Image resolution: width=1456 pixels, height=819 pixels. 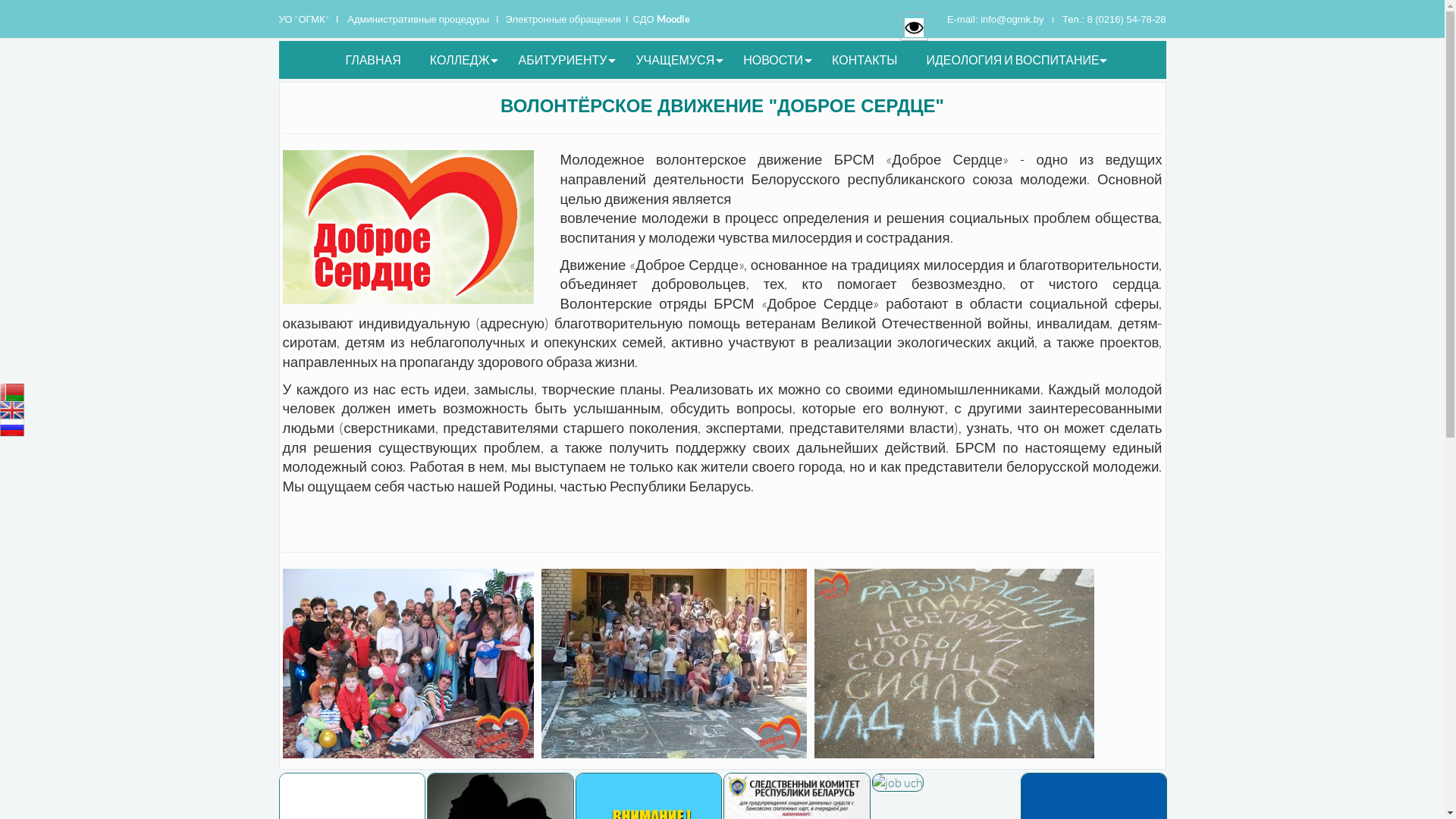 What do you see at coordinates (673, 18) in the screenshot?
I see `'Moodle'` at bounding box center [673, 18].